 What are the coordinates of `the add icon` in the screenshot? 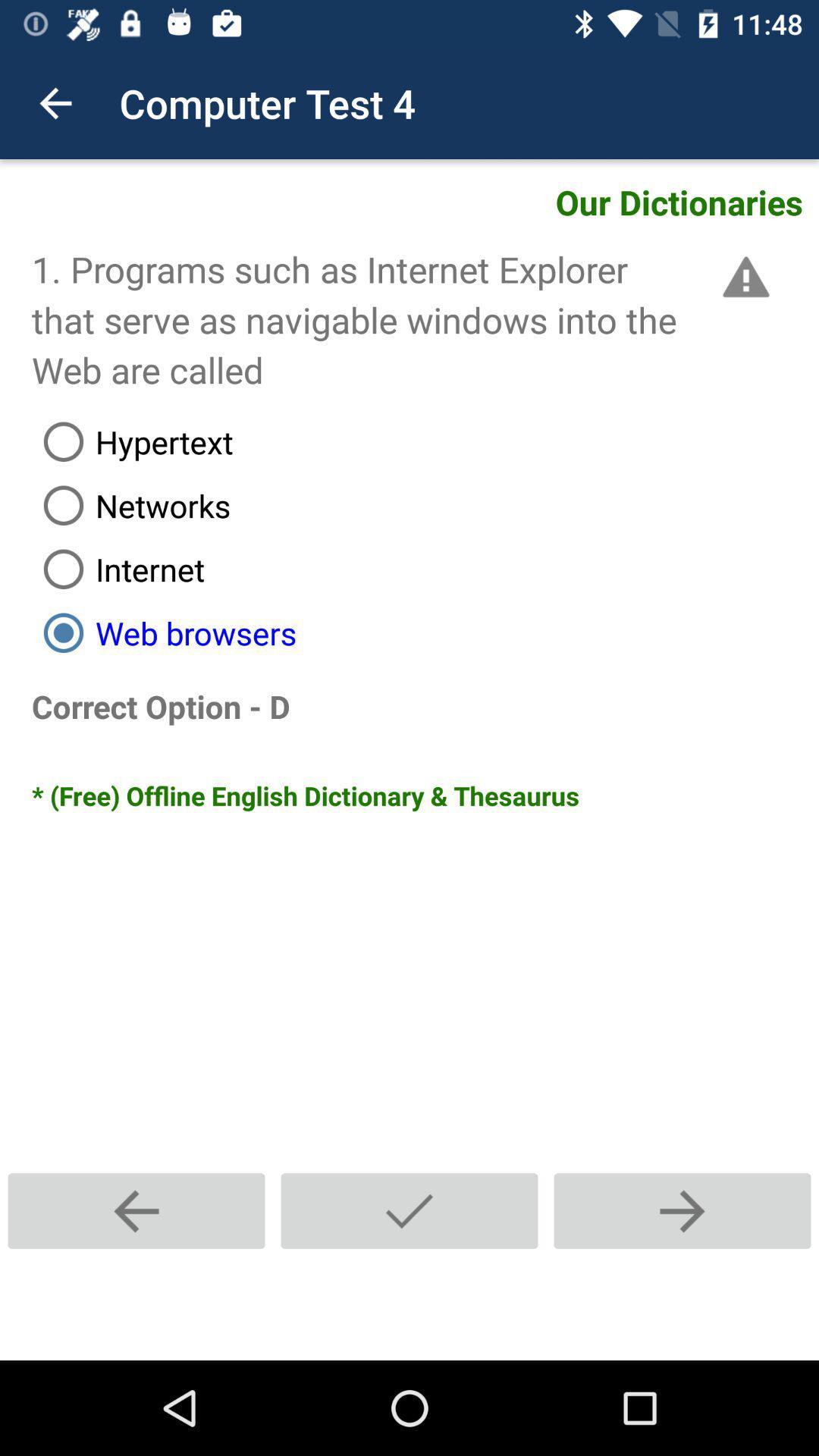 It's located at (136, 1210).